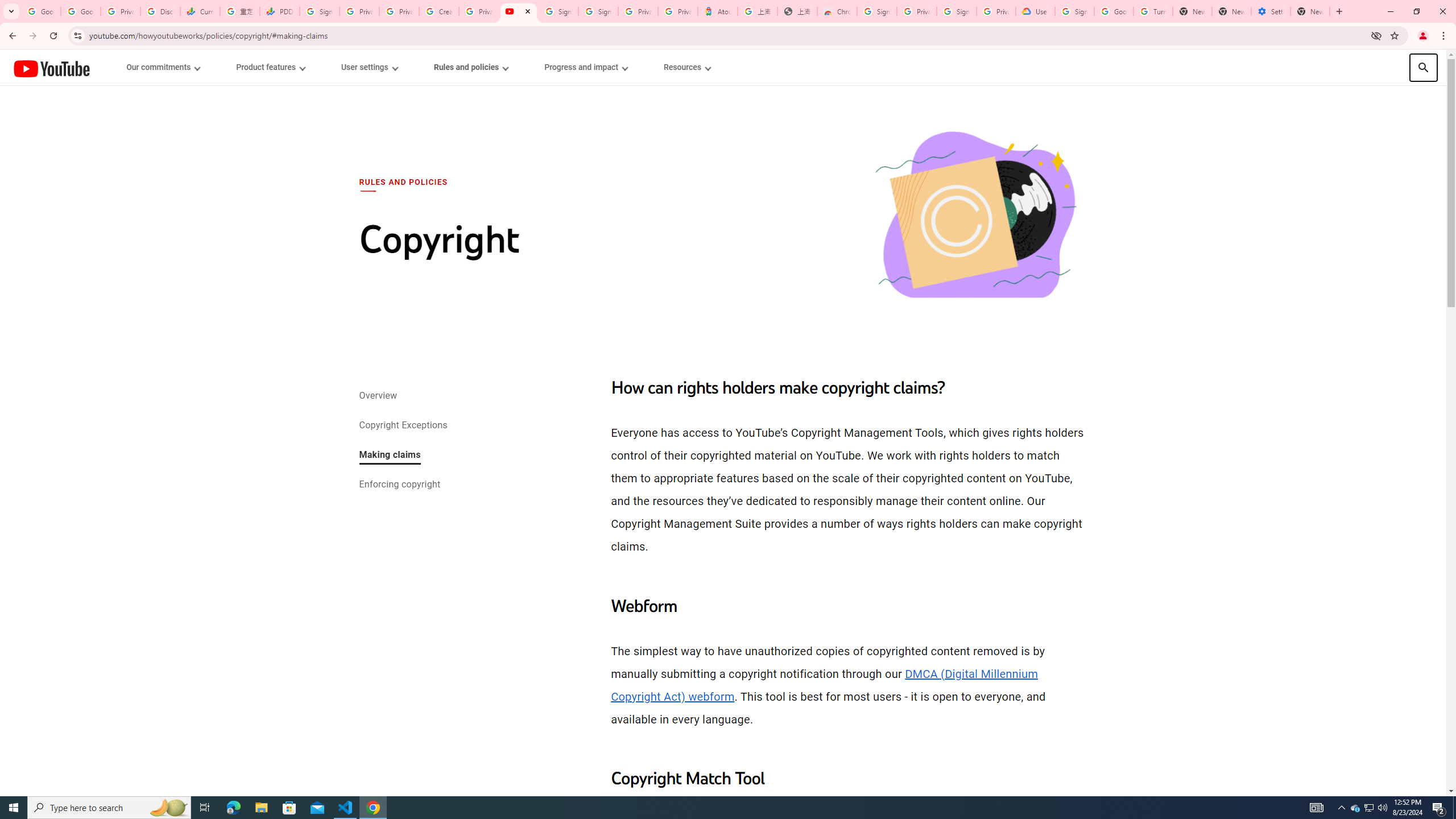  What do you see at coordinates (200, 11) in the screenshot?
I see `'Currencies - Google Finance'` at bounding box center [200, 11].